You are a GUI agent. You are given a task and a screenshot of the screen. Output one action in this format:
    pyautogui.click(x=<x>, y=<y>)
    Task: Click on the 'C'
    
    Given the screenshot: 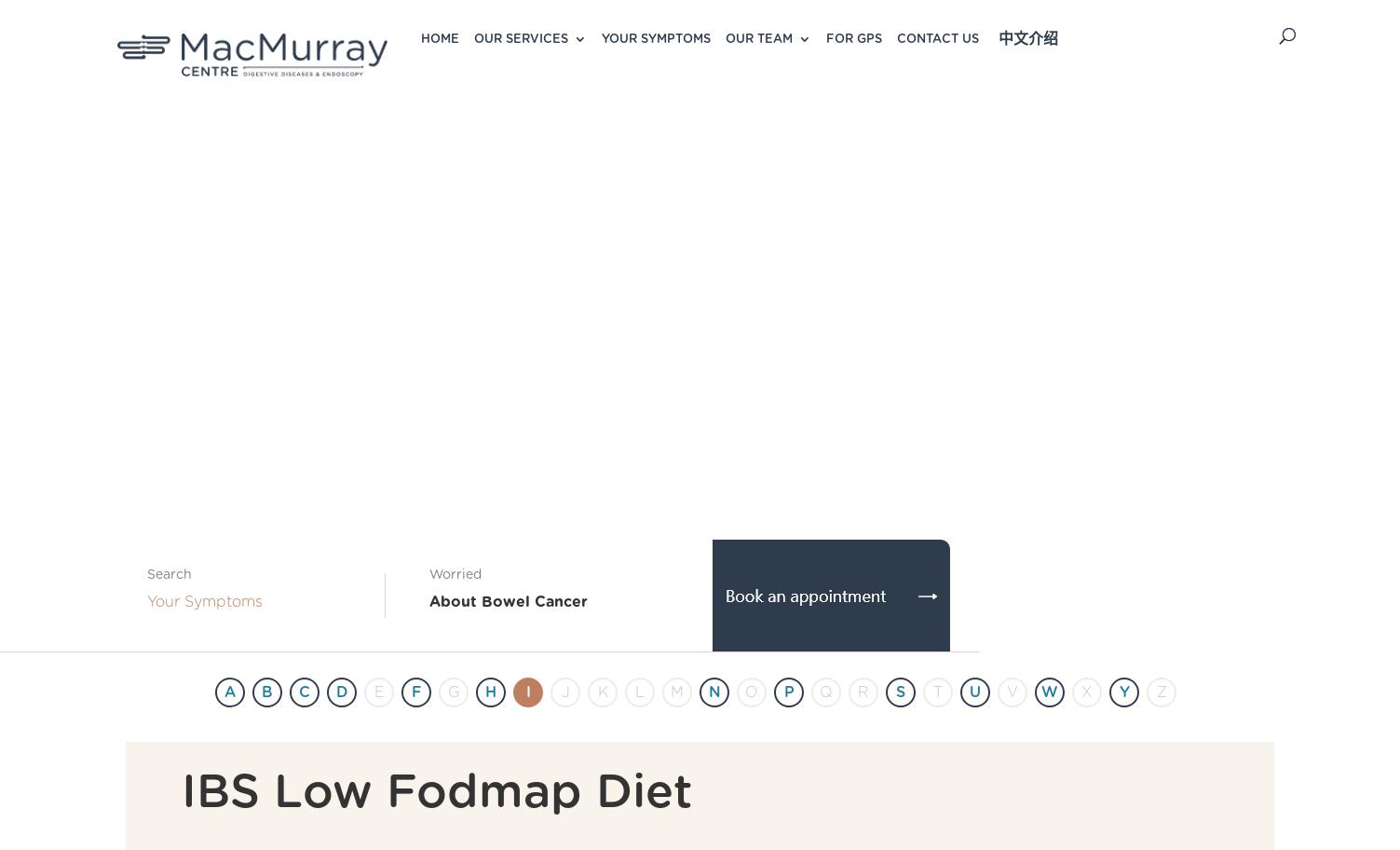 What is the action you would take?
    pyautogui.click(x=304, y=692)
    